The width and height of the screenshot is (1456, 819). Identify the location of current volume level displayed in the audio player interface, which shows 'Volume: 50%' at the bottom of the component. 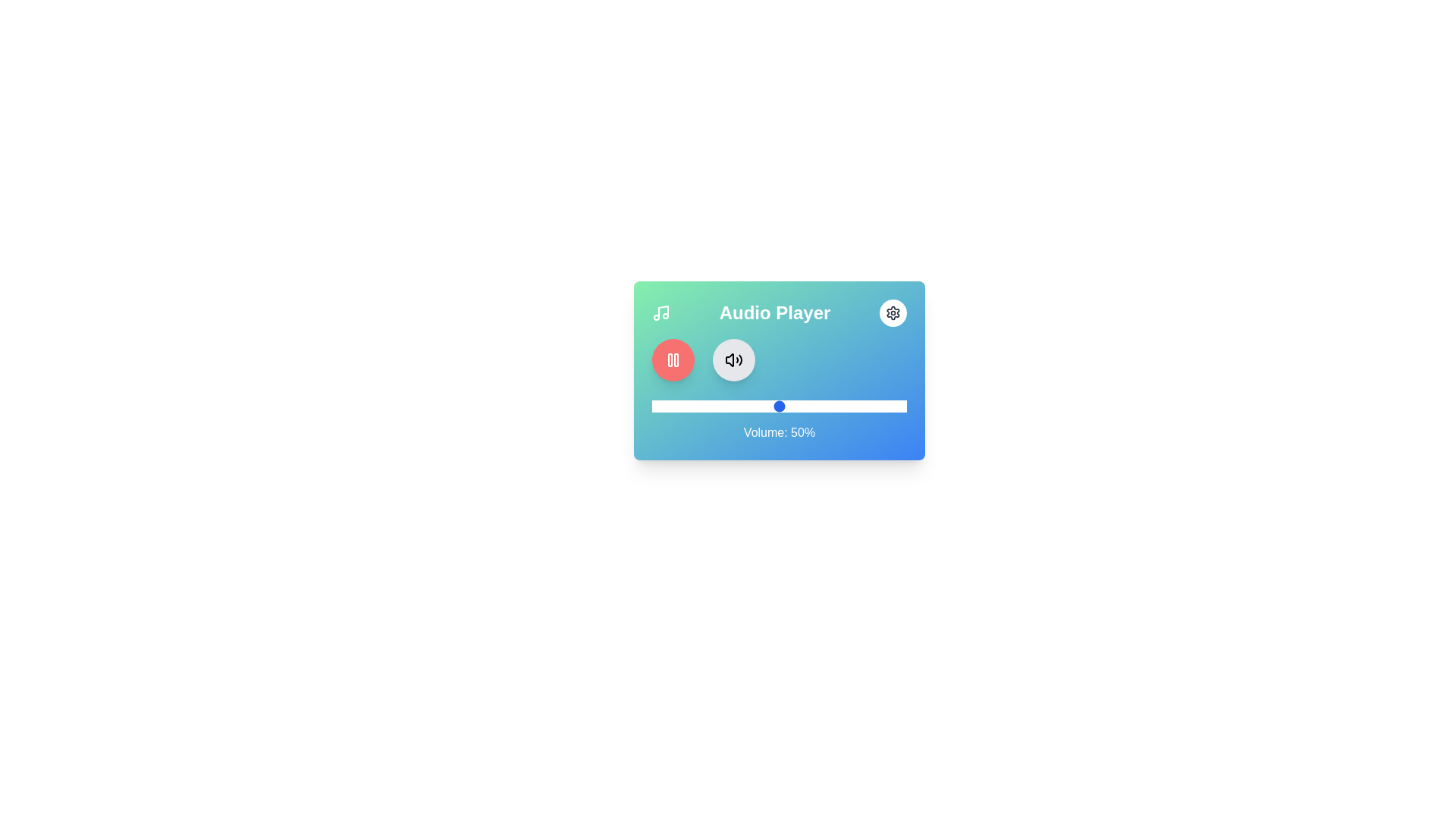
(779, 371).